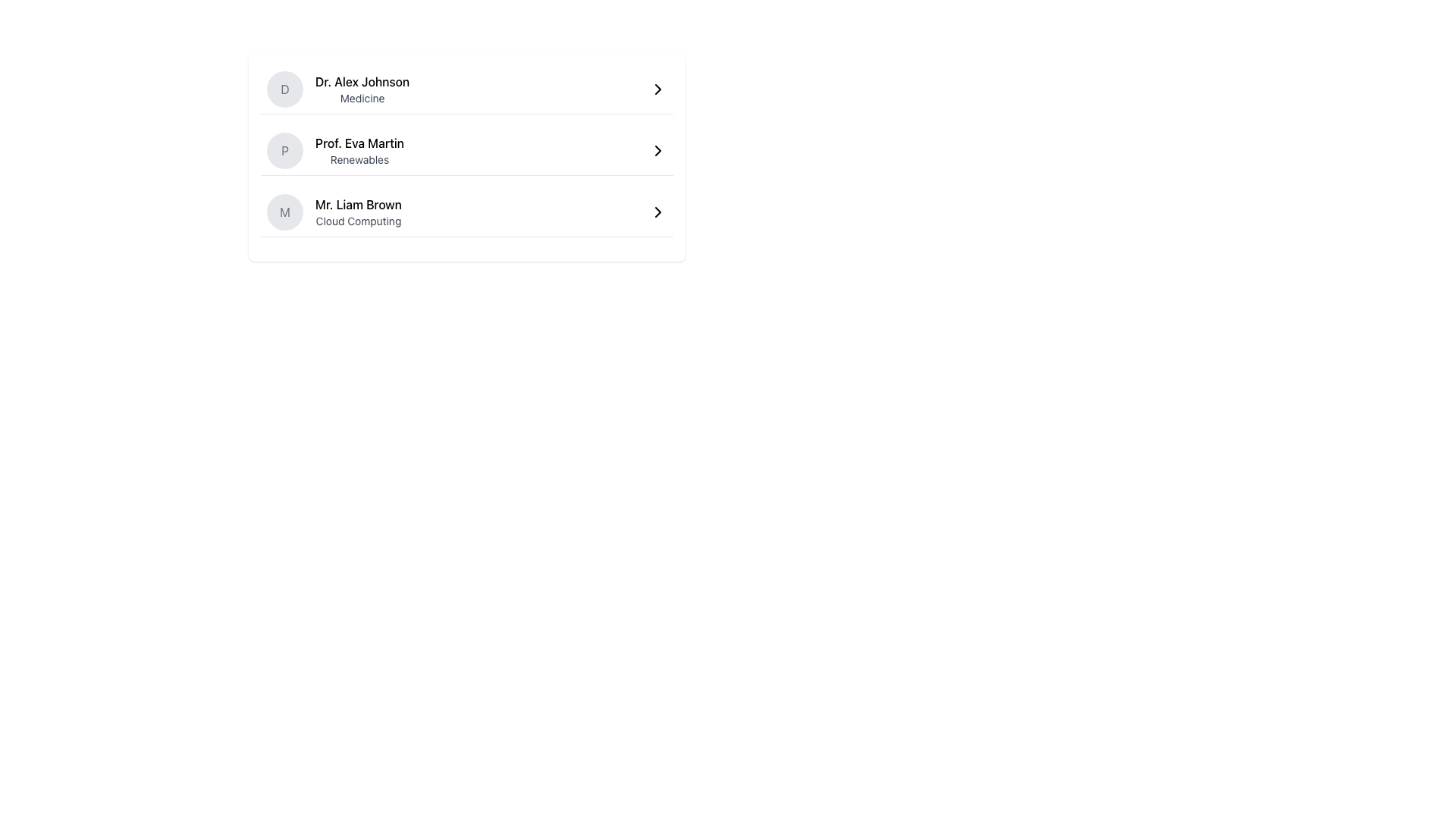  I want to click on text label displaying 'Cloud Computing' located below the 'Mr. Liam Brown' name label in the third entry of the list, so click(357, 221).